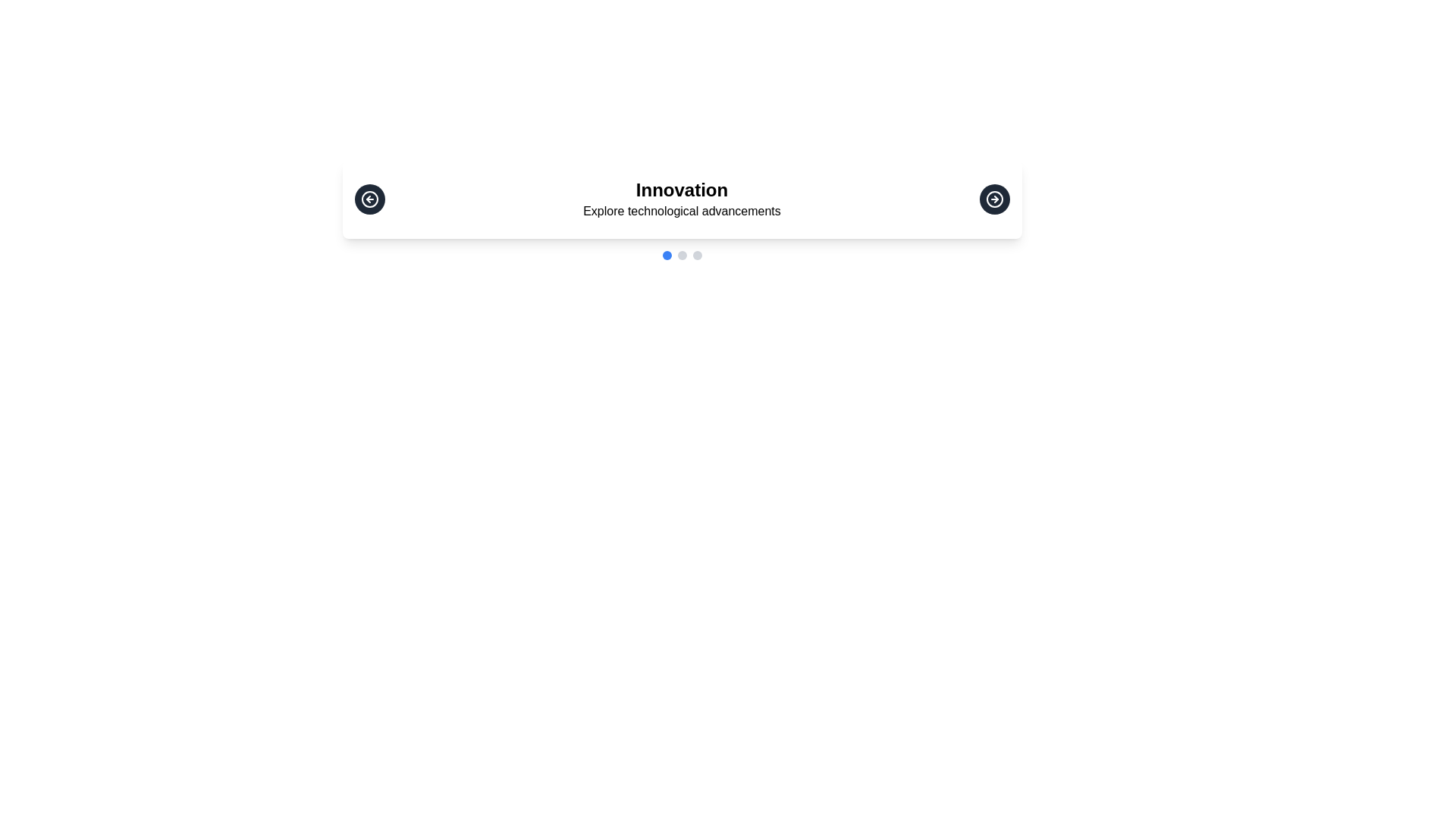 The width and height of the screenshot is (1456, 819). I want to click on text content of the Text block that contains a bold heading 'Innovation' and a subtitle 'Explore technological advancements', so click(681, 210).